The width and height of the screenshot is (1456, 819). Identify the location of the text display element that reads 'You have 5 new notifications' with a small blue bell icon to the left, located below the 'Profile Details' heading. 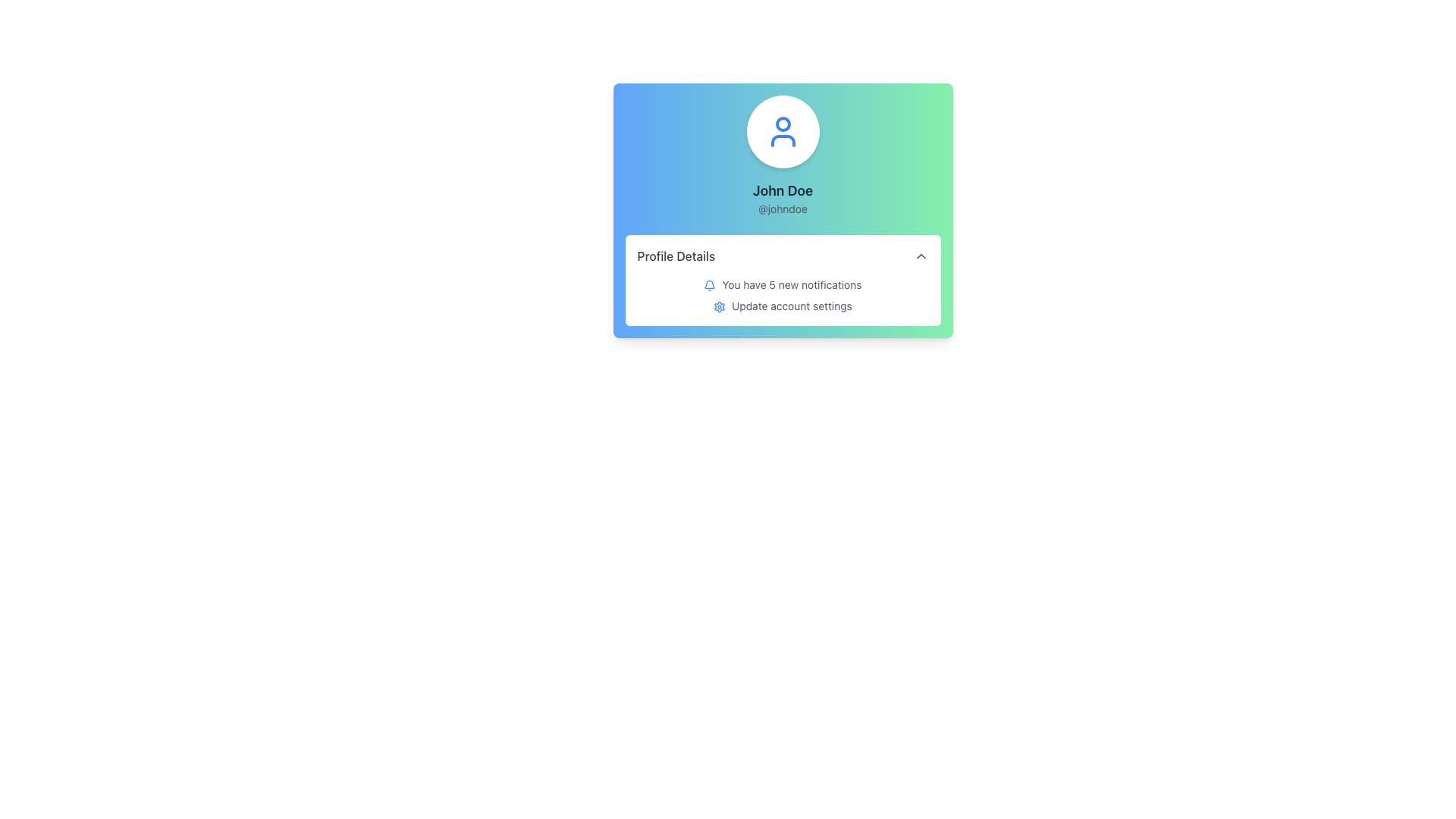
(783, 284).